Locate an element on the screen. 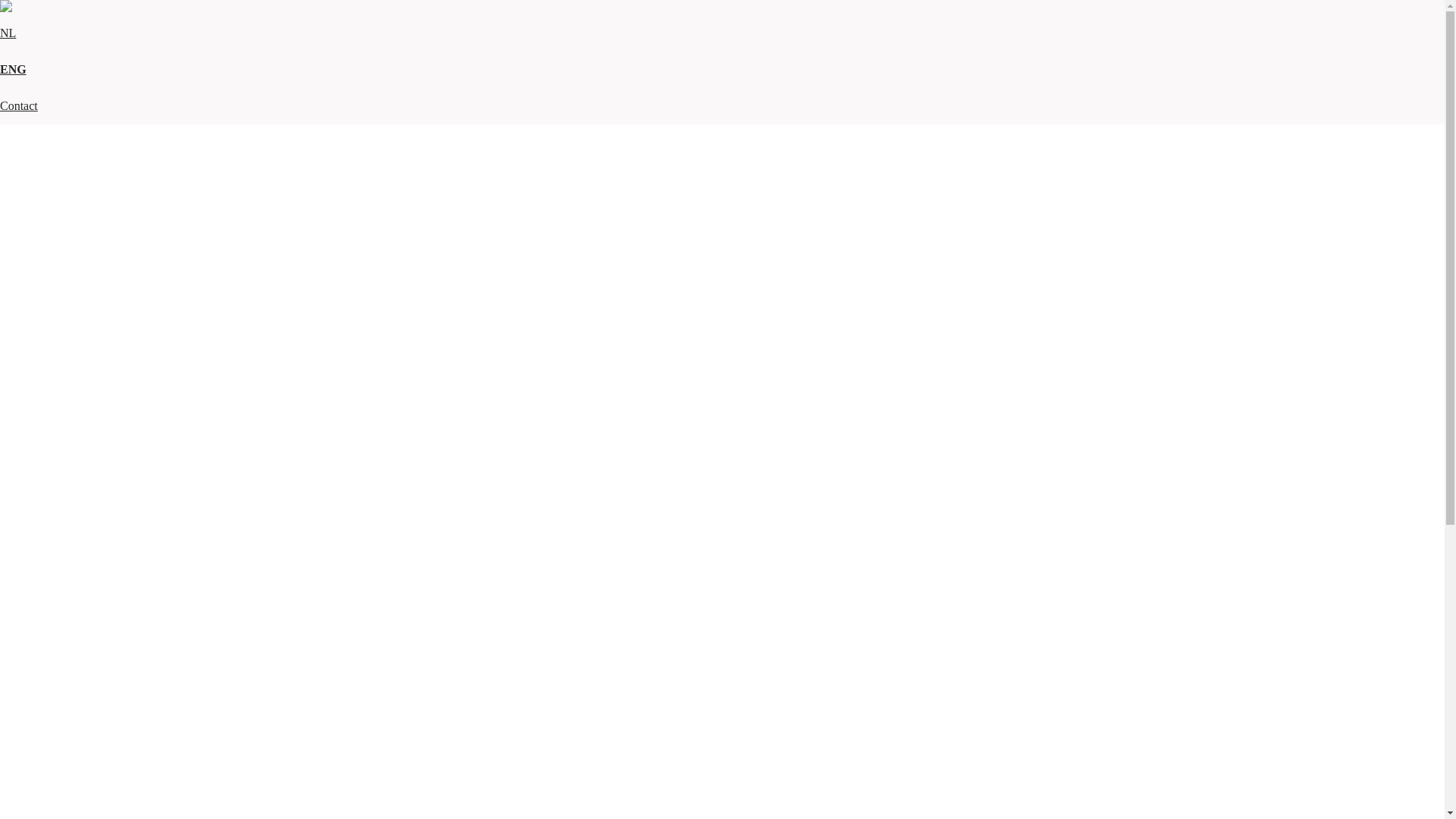 The image size is (1456, 819). 'NL' is located at coordinates (8, 33).